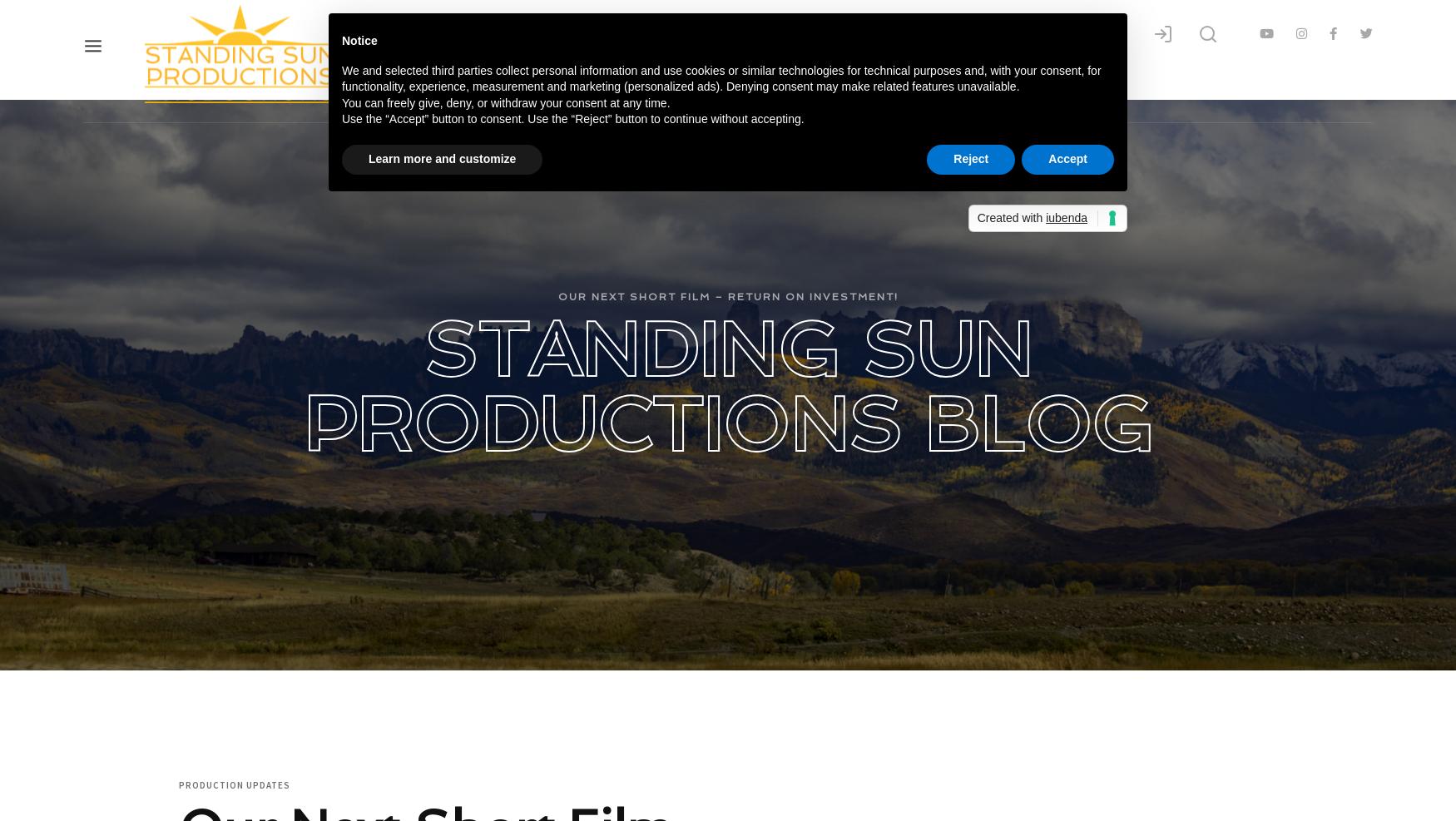 The width and height of the screenshot is (1456, 821). What do you see at coordinates (359, 39) in the screenshot?
I see `'Notice'` at bounding box center [359, 39].